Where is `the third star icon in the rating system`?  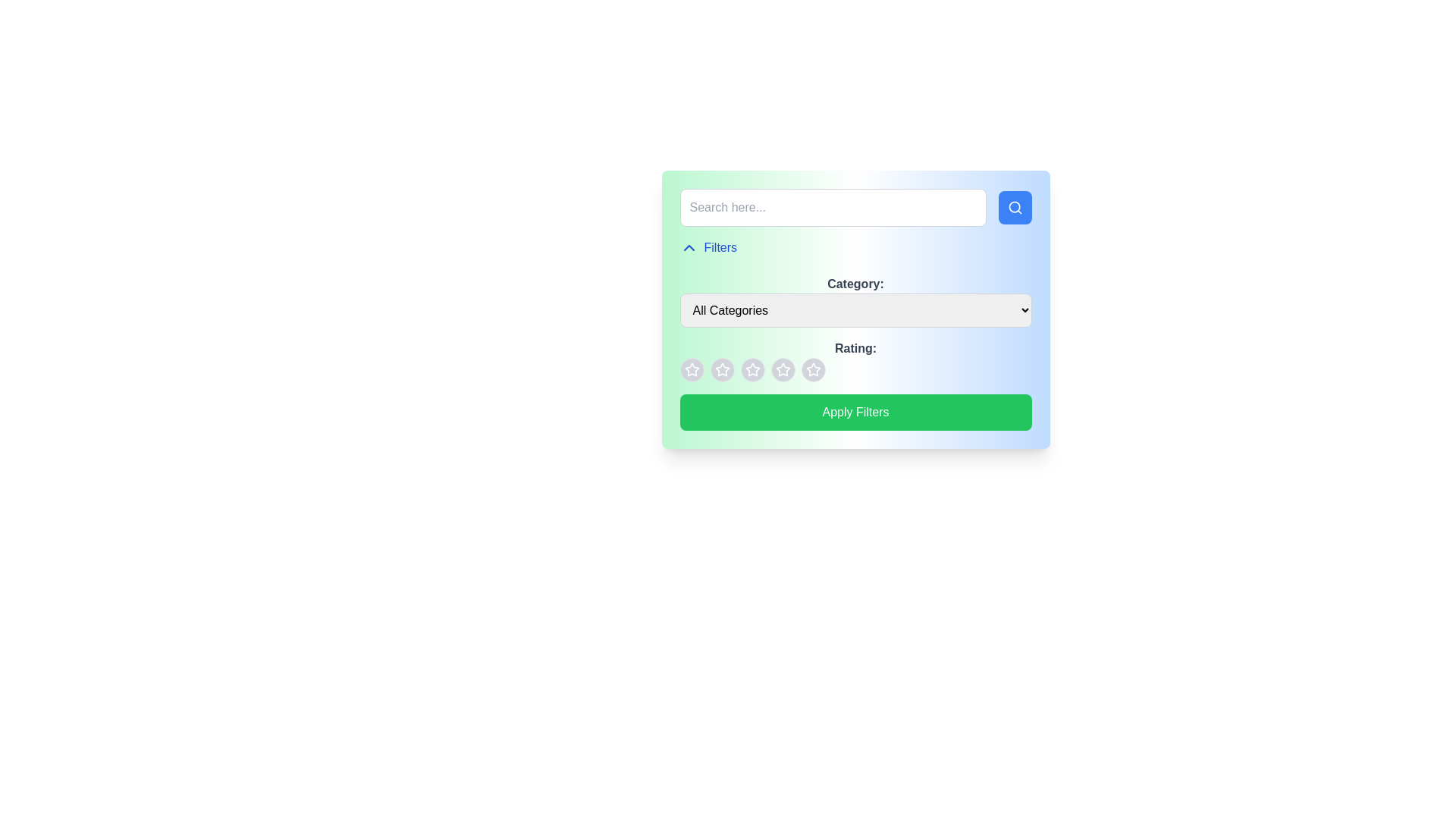
the third star icon in the rating system is located at coordinates (783, 369).